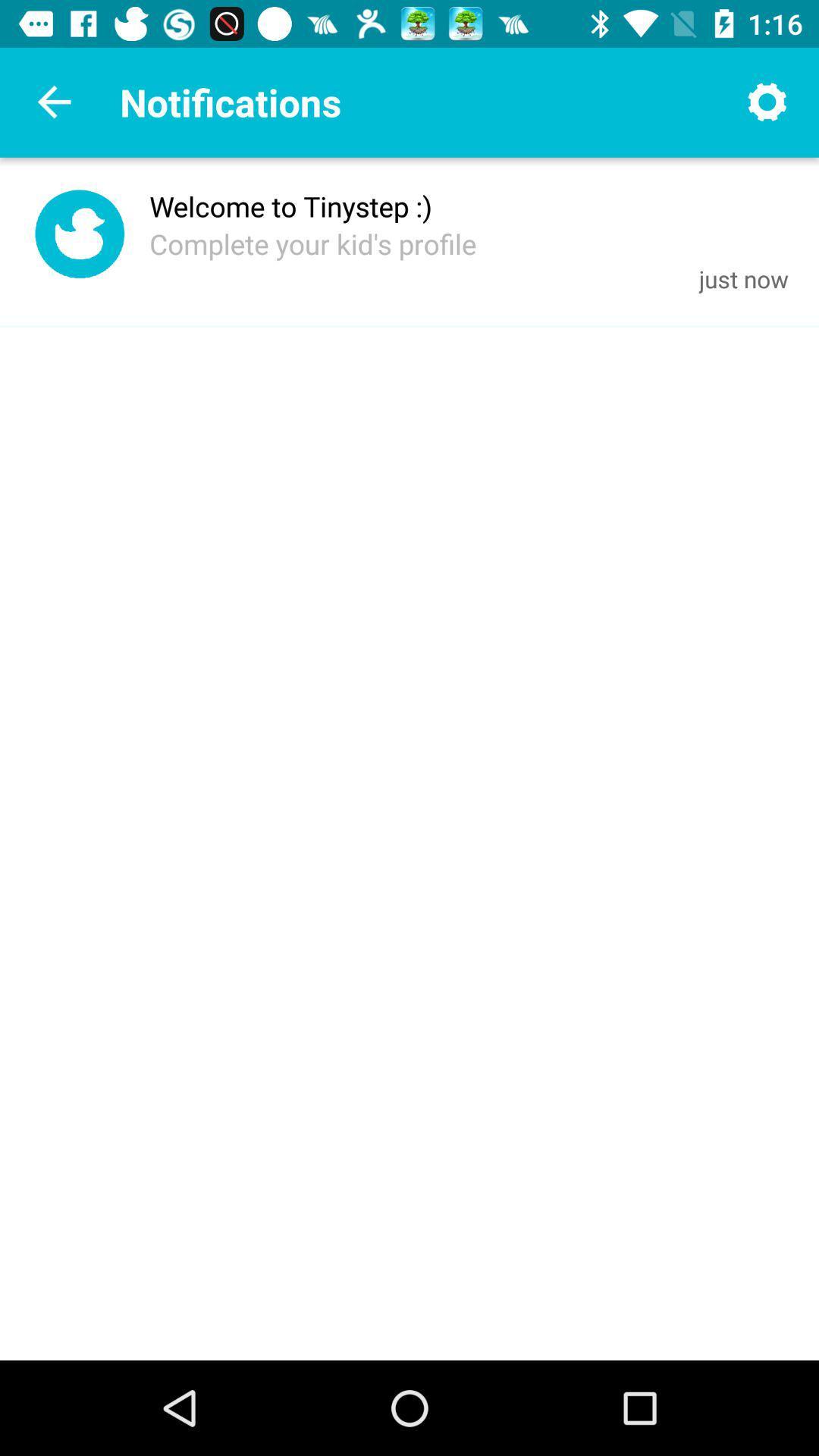 The width and height of the screenshot is (819, 1456). Describe the element at coordinates (290, 206) in the screenshot. I see `welcome to tinystep :)` at that location.